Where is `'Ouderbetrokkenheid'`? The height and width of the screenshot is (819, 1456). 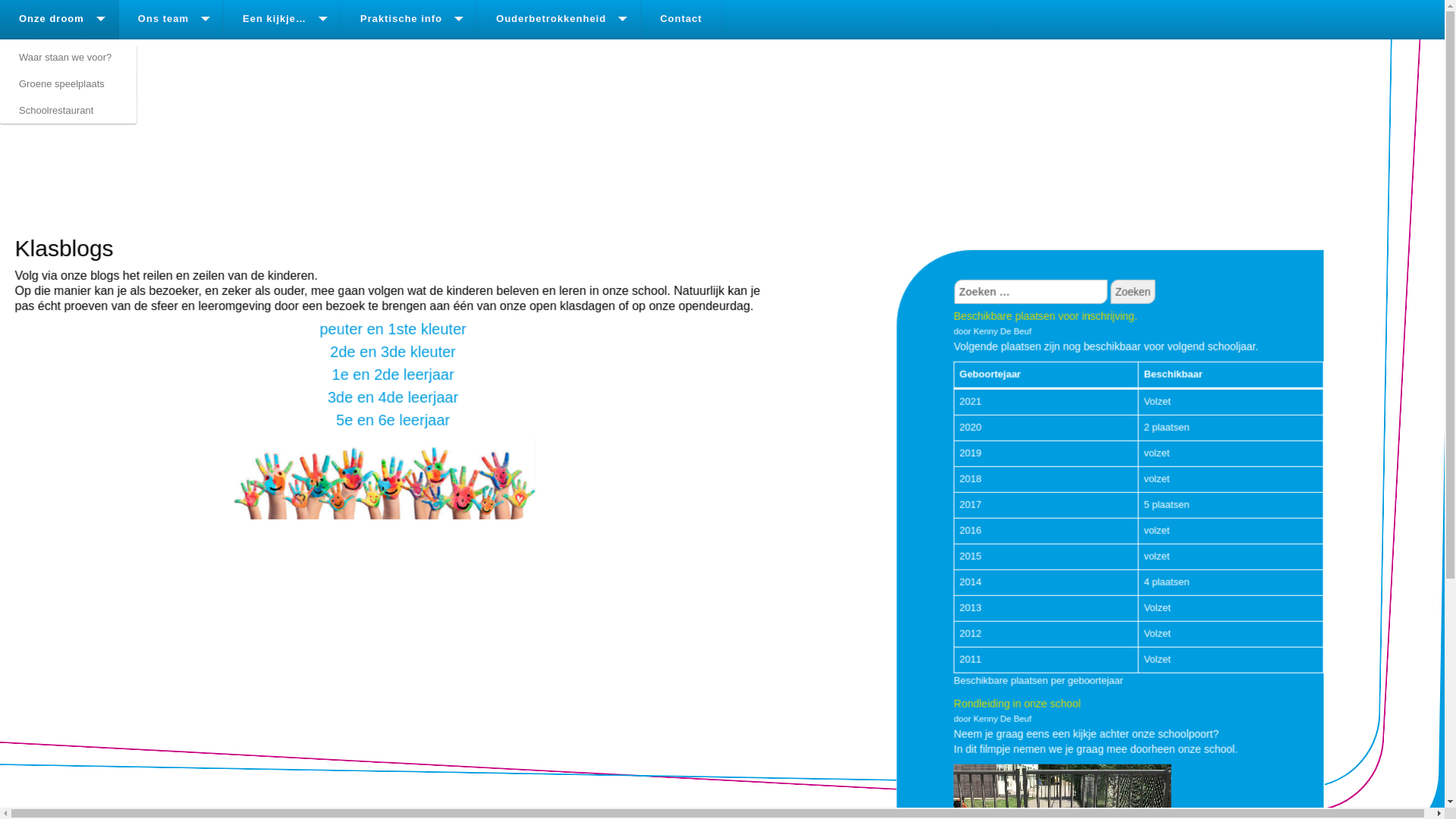
'Ouderbetrokkenheid' is located at coordinates (475, 20).